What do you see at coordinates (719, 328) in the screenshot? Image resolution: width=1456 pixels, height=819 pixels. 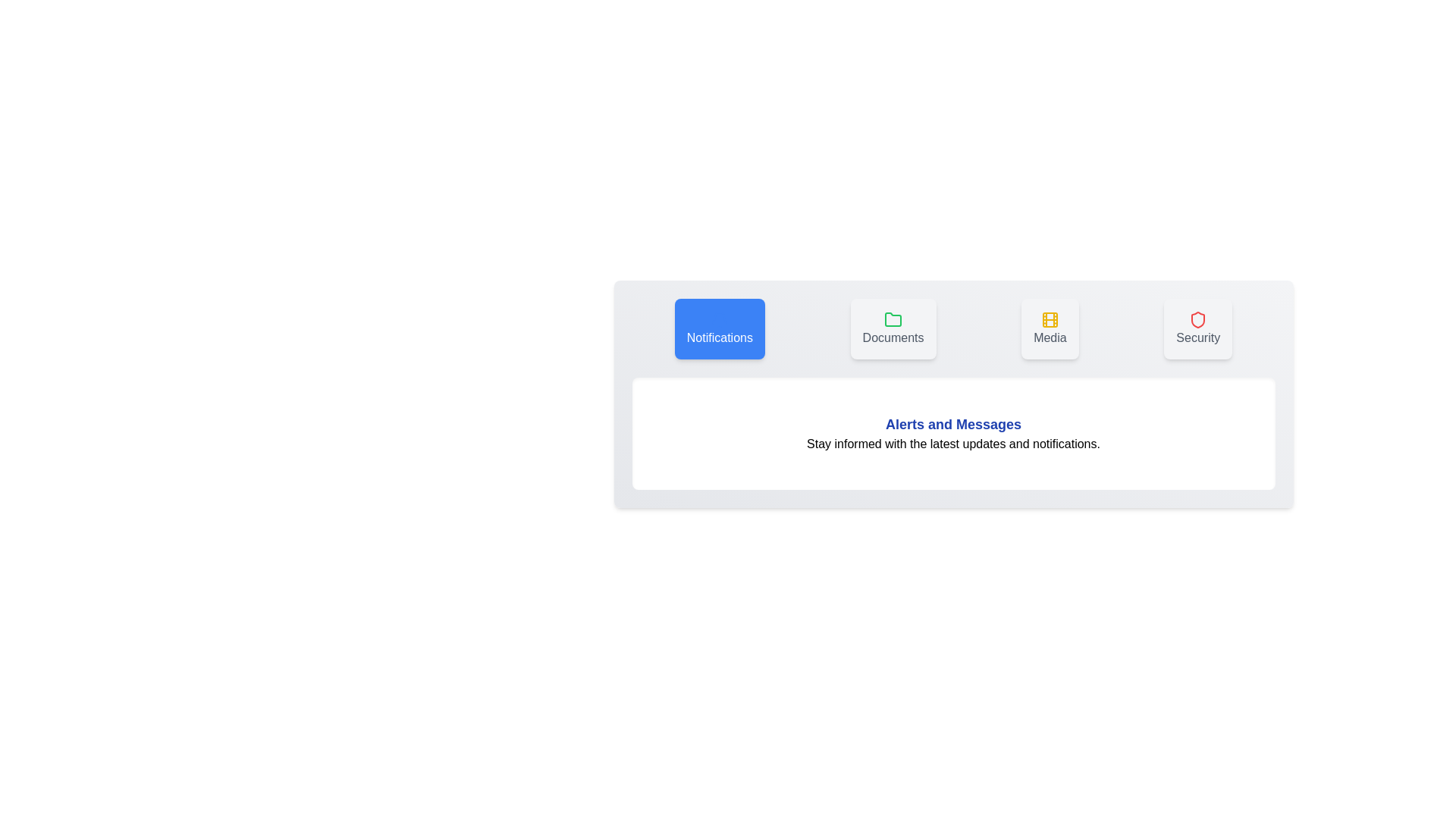 I see `the tab corresponding to Notifications to inspect its icon` at bounding box center [719, 328].